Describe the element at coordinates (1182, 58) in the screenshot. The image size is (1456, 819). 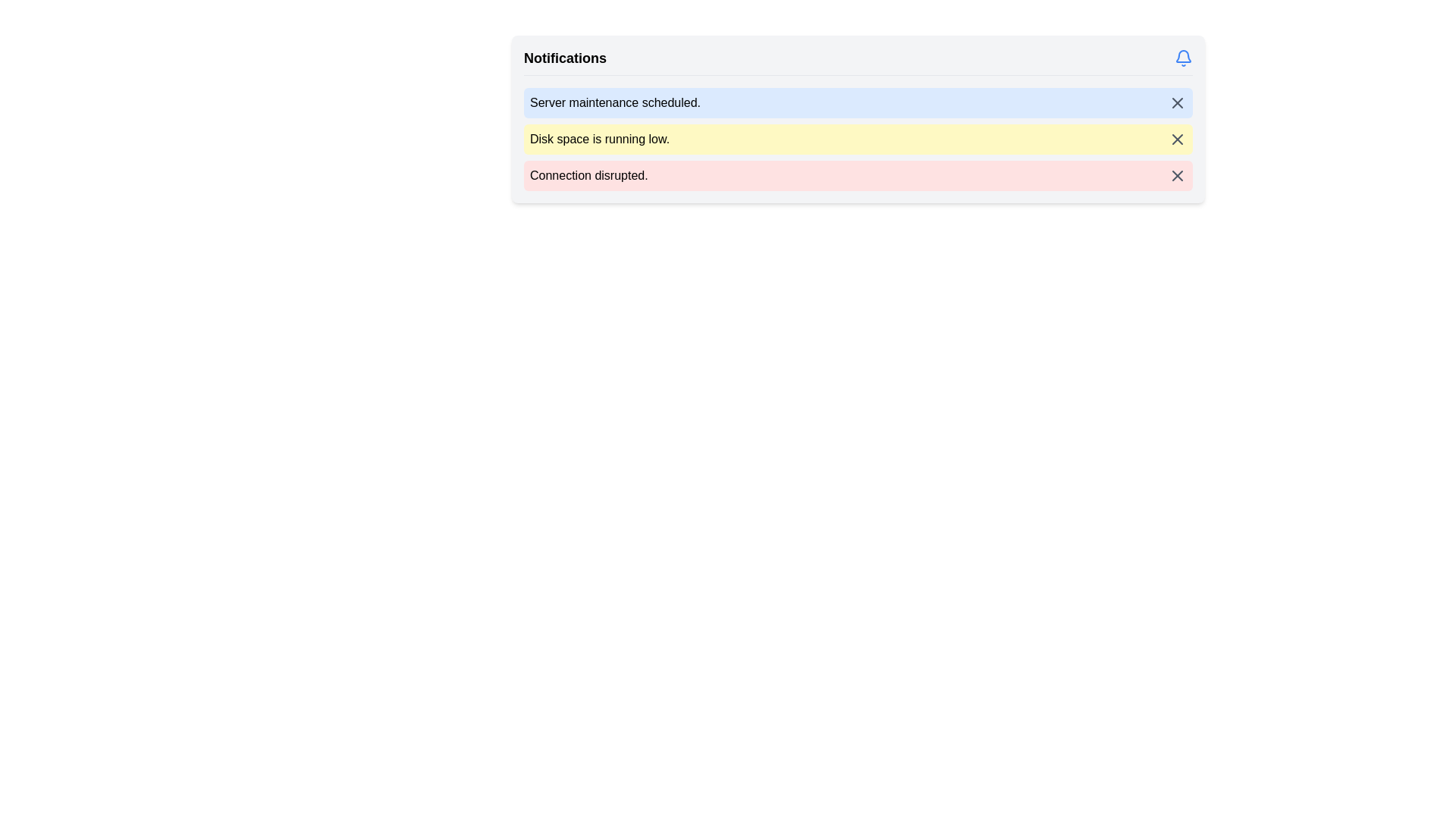
I see `the notification bell icon located in the top-right corner of the notification card header, adjacent to the title text 'Notifications.'` at that location.